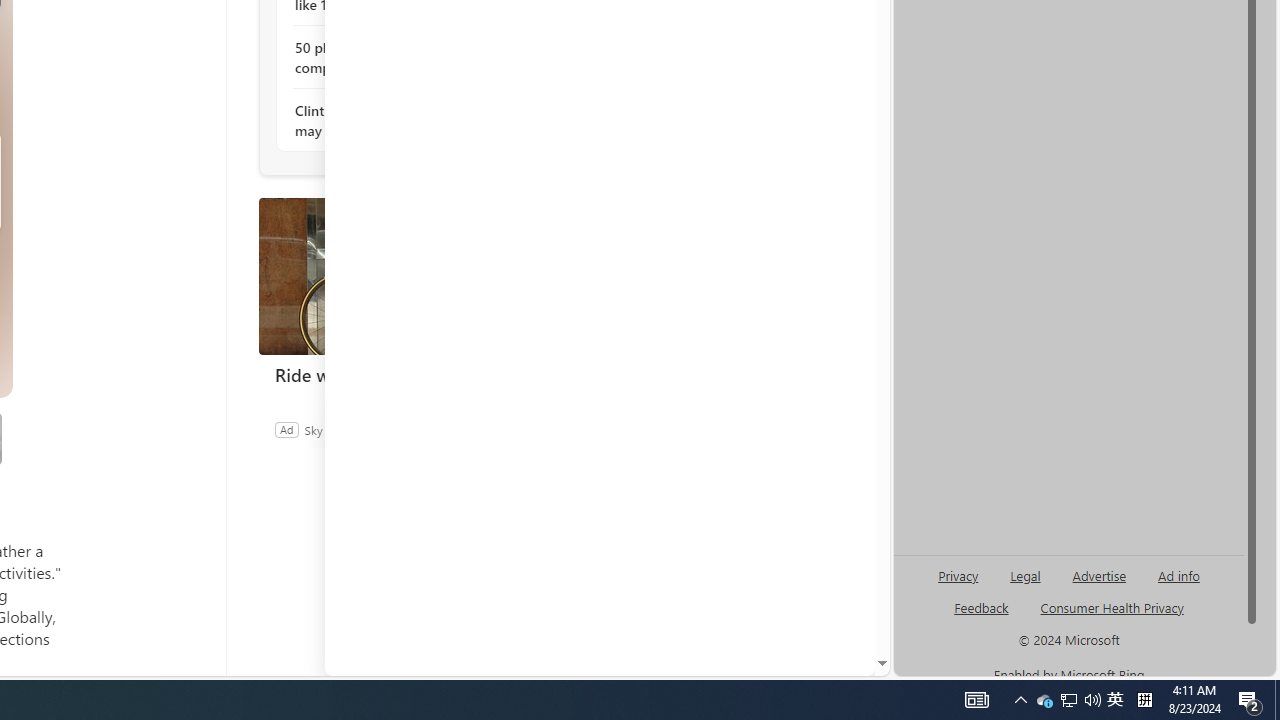  Describe the element at coordinates (341, 428) in the screenshot. I see `'Sky Blue Bikes'` at that location.